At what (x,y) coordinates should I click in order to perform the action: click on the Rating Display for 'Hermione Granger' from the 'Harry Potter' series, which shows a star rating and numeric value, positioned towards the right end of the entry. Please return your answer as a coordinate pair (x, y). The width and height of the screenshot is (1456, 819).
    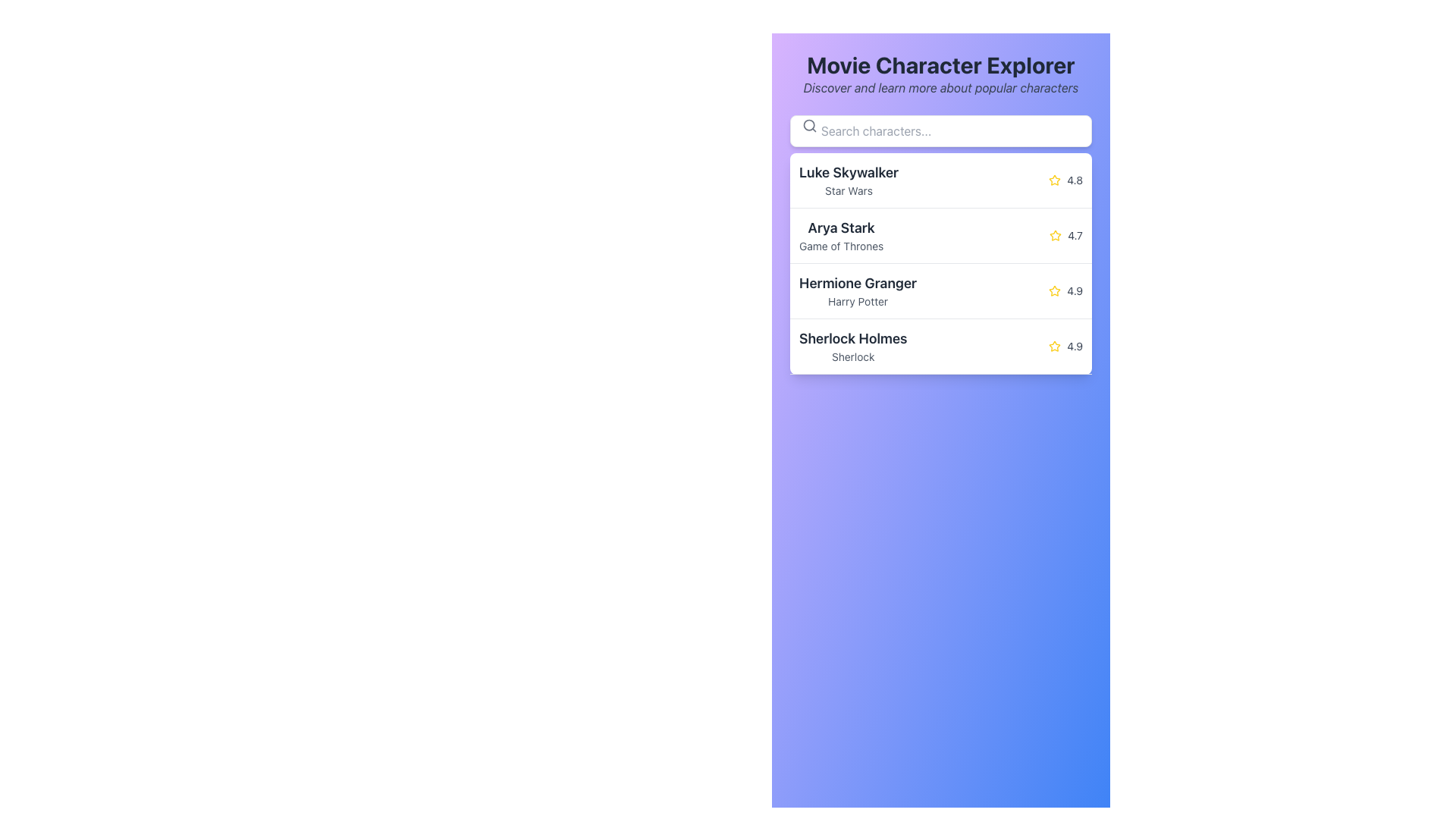
    Looking at the image, I should click on (1065, 291).